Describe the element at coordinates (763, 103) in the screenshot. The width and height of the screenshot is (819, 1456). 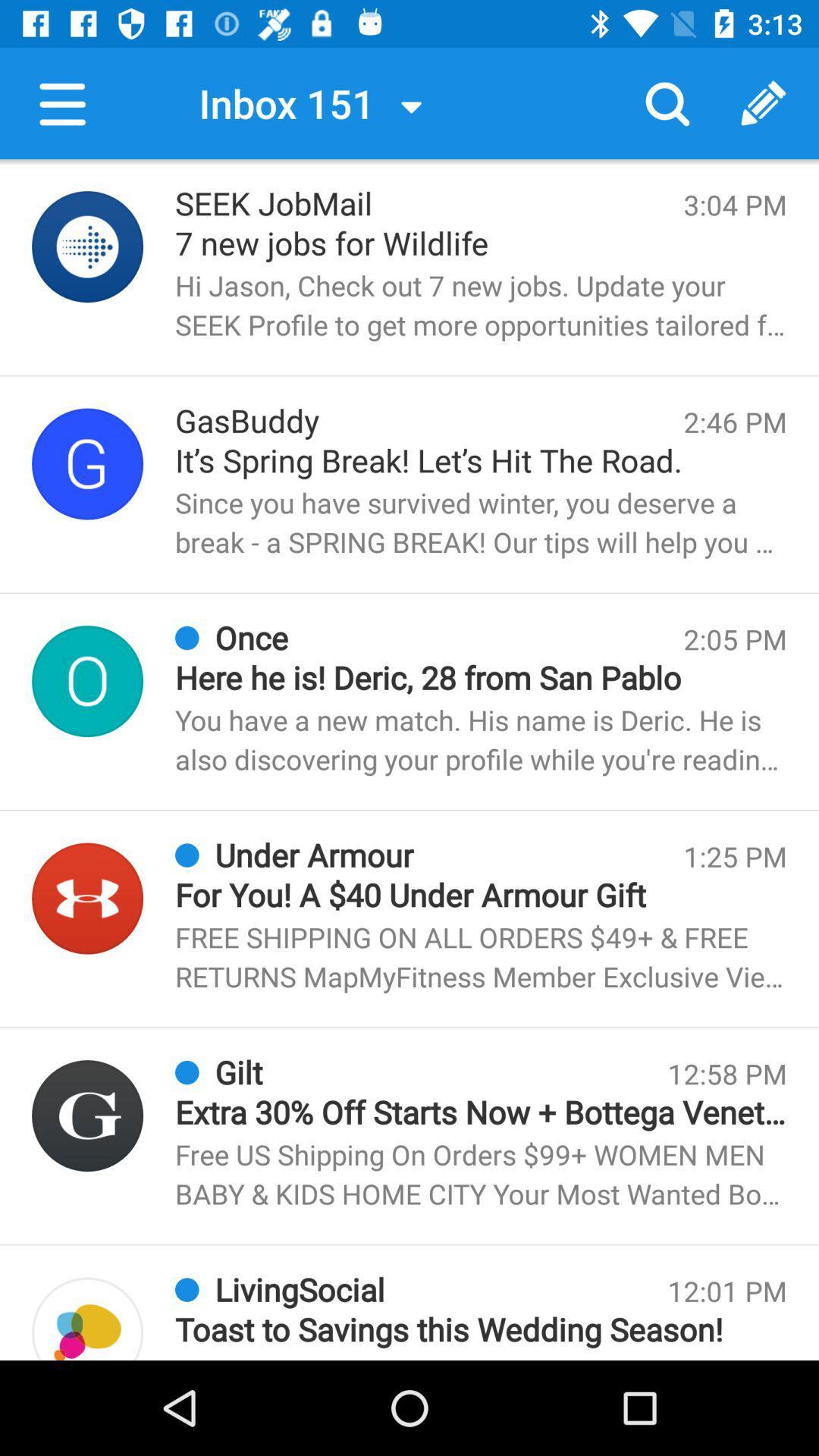
I see `the button next to search button` at that location.